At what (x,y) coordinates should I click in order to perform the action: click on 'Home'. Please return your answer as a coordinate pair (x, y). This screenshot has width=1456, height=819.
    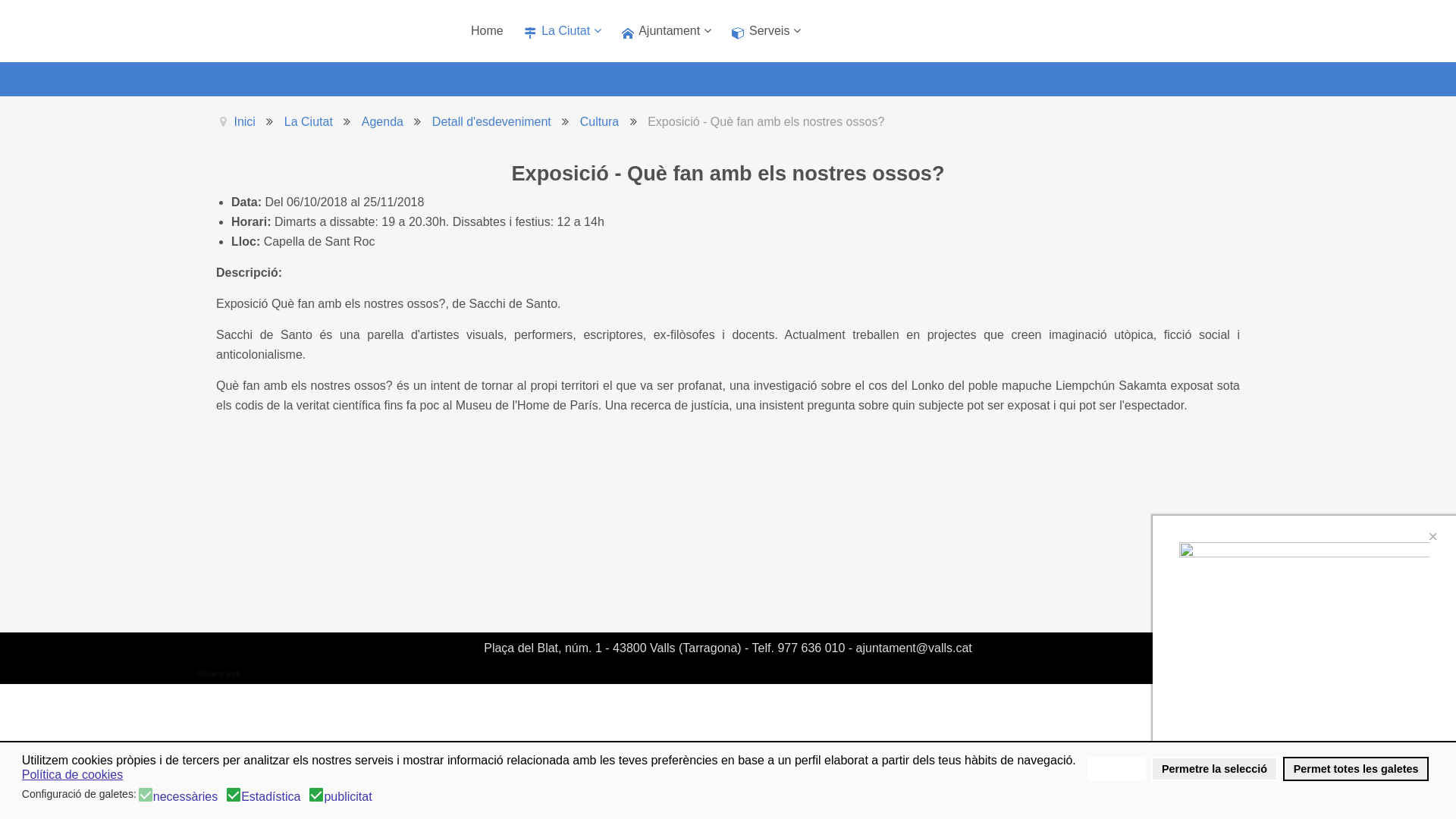
    Looking at the image, I should click on (487, 31).